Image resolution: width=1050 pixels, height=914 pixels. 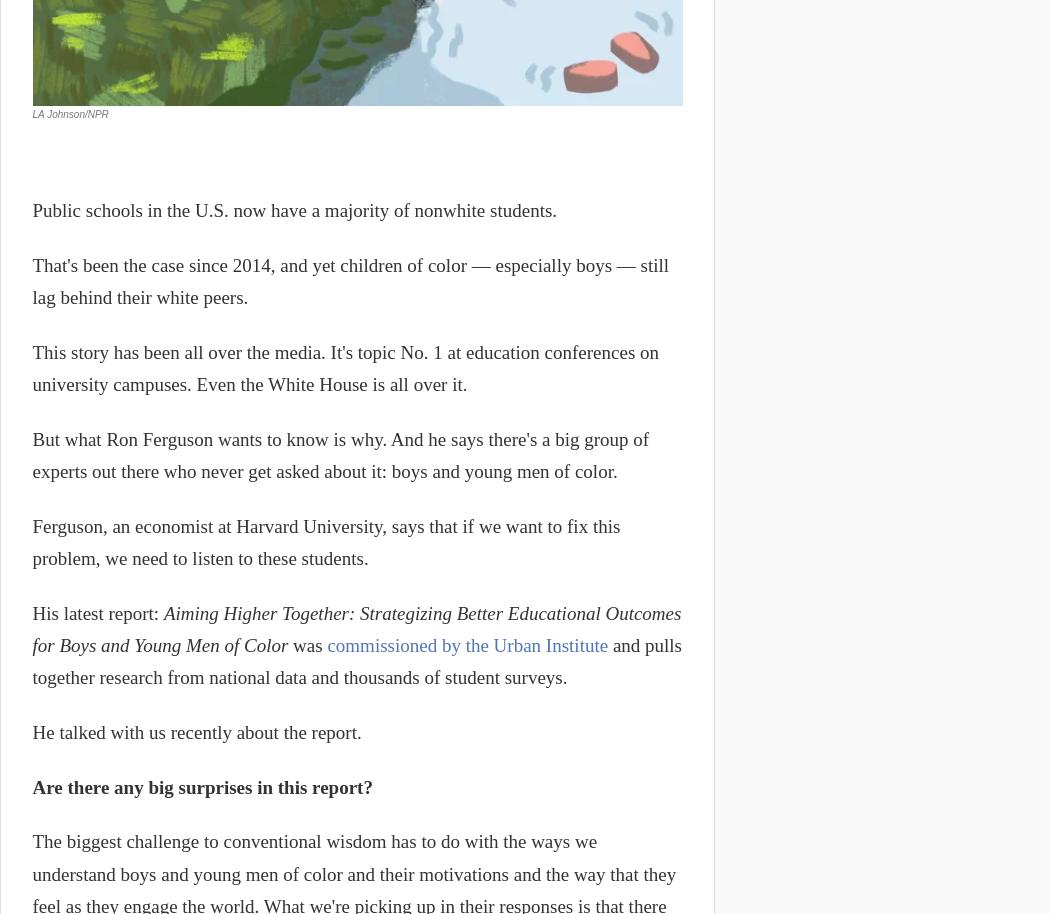 I want to click on 'Ferguson, an economist at Harvard University, says that if we want to fix this problem, we need to listen to these students.', so click(x=326, y=541).